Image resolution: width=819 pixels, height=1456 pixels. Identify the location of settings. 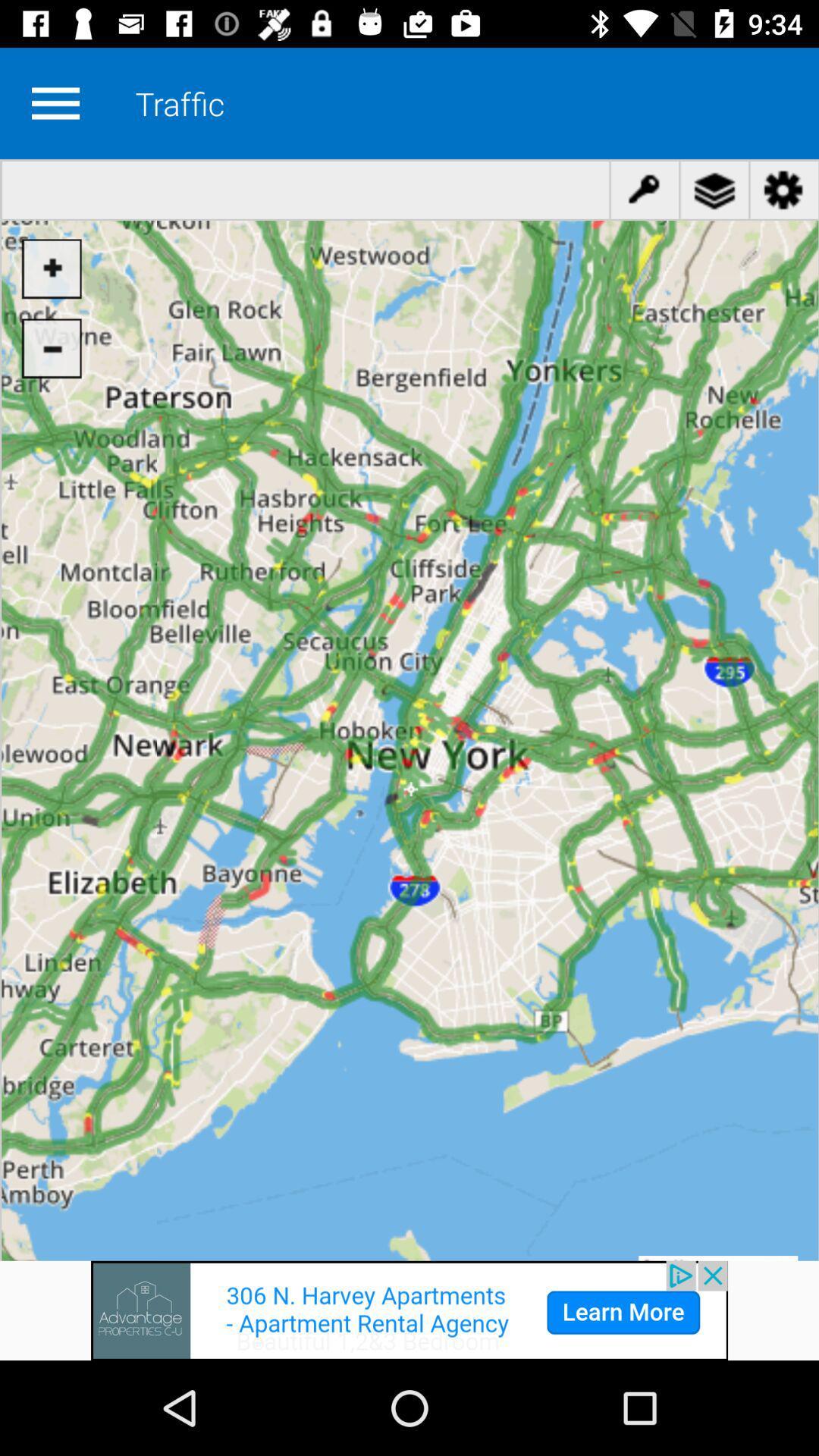
(55, 102).